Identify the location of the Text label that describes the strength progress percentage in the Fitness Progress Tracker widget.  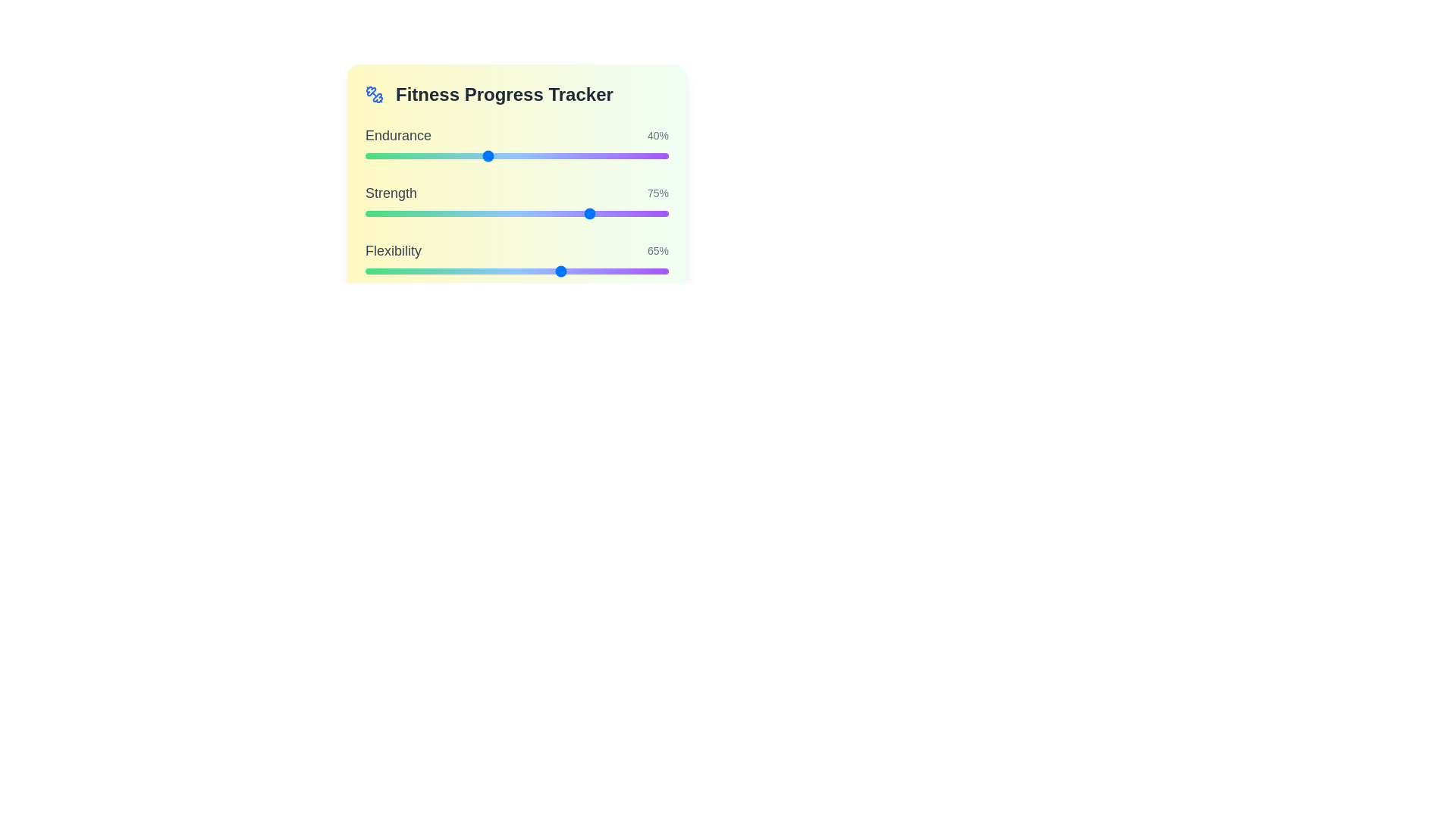
(391, 192).